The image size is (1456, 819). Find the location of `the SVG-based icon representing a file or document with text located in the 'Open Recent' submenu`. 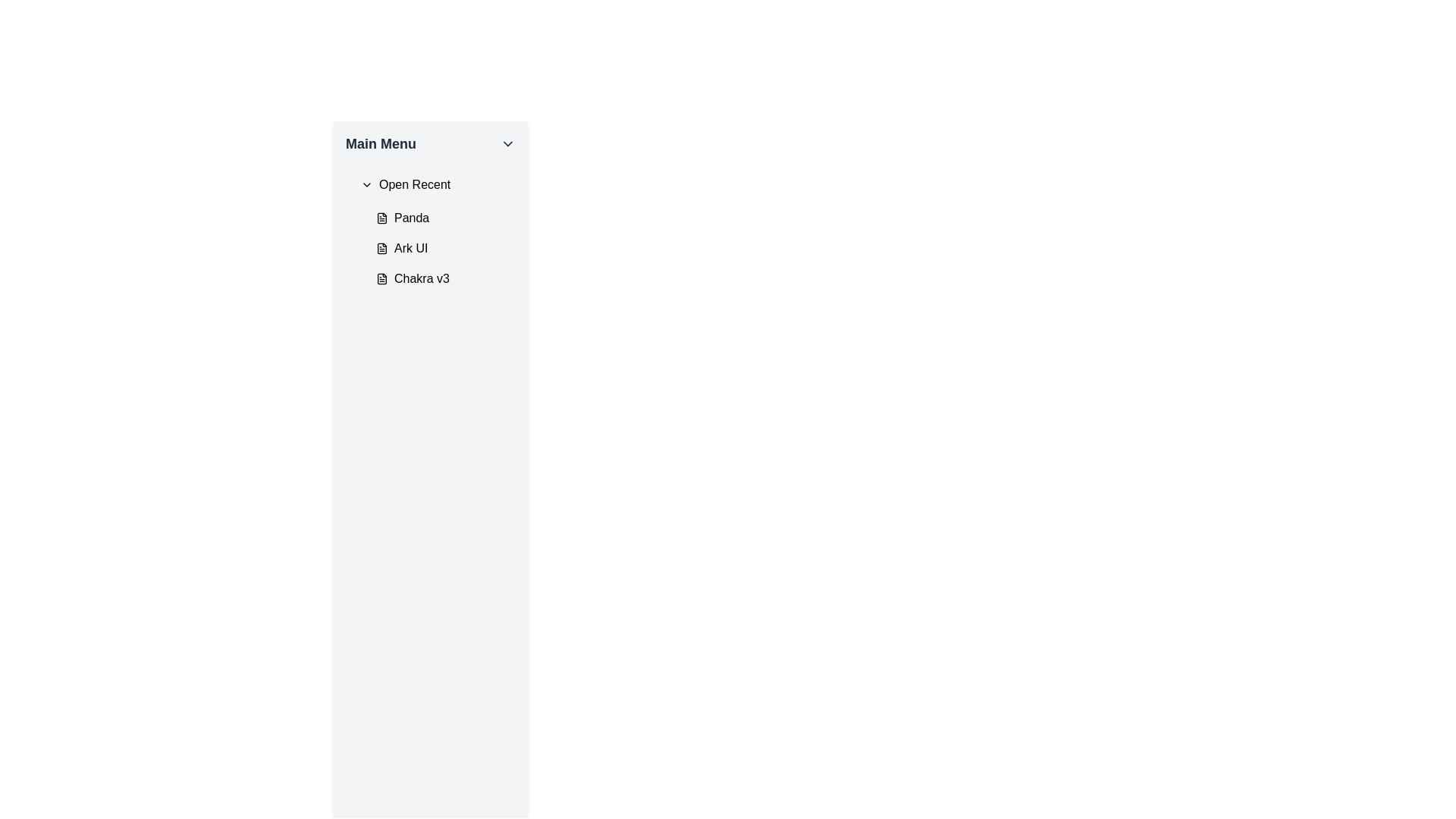

the SVG-based icon representing a file or document with text located in the 'Open Recent' submenu is located at coordinates (382, 278).